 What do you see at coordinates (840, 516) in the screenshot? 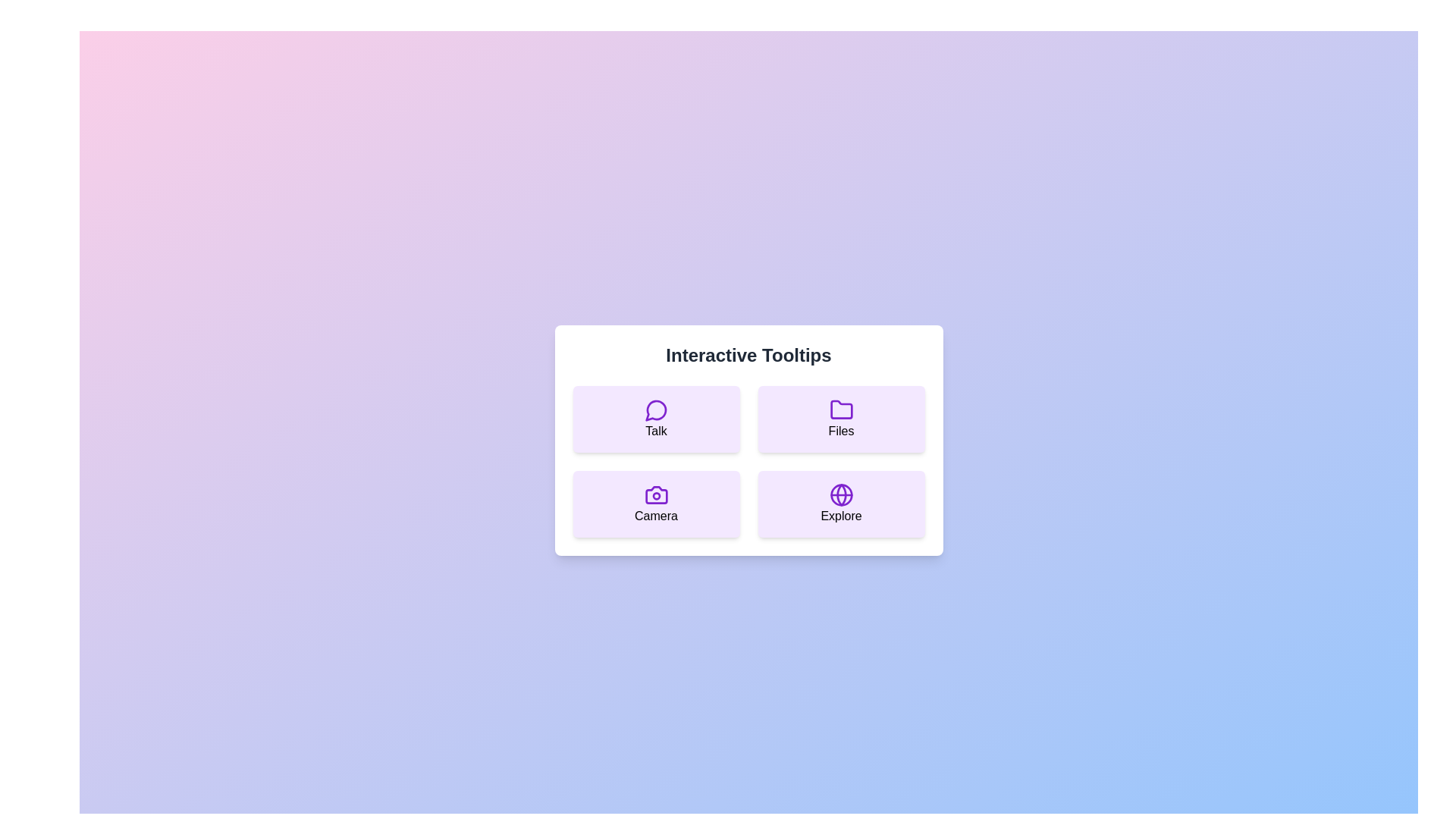
I see `the text label displaying 'Explore' located at the bottom-center of a purple-themed button beneath a globe icon in the bottom-right area of the grid labeled 'Interactive Tooltips'` at bounding box center [840, 516].